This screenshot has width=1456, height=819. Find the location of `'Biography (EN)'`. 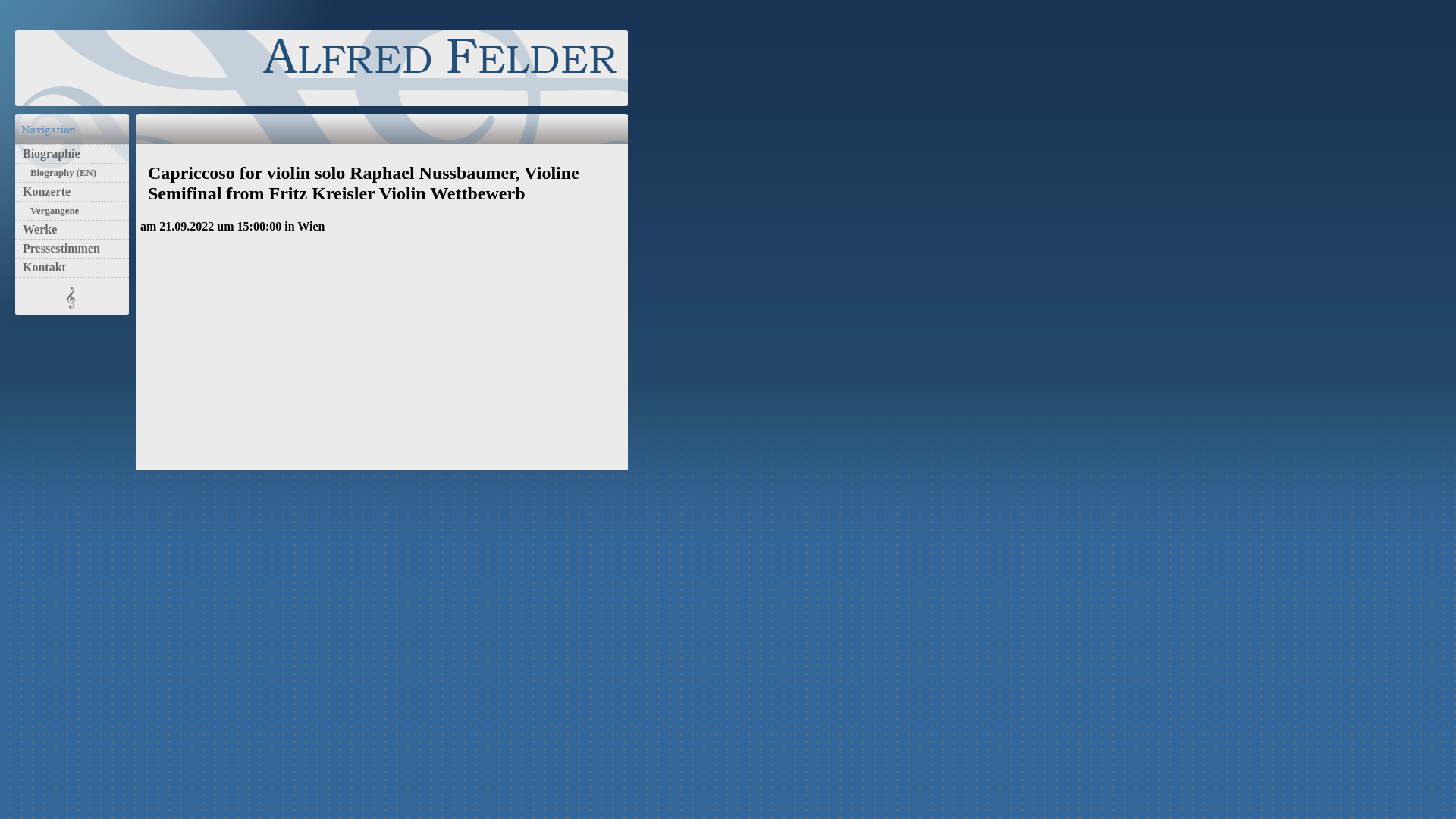

'Biography (EN)' is located at coordinates (59, 171).